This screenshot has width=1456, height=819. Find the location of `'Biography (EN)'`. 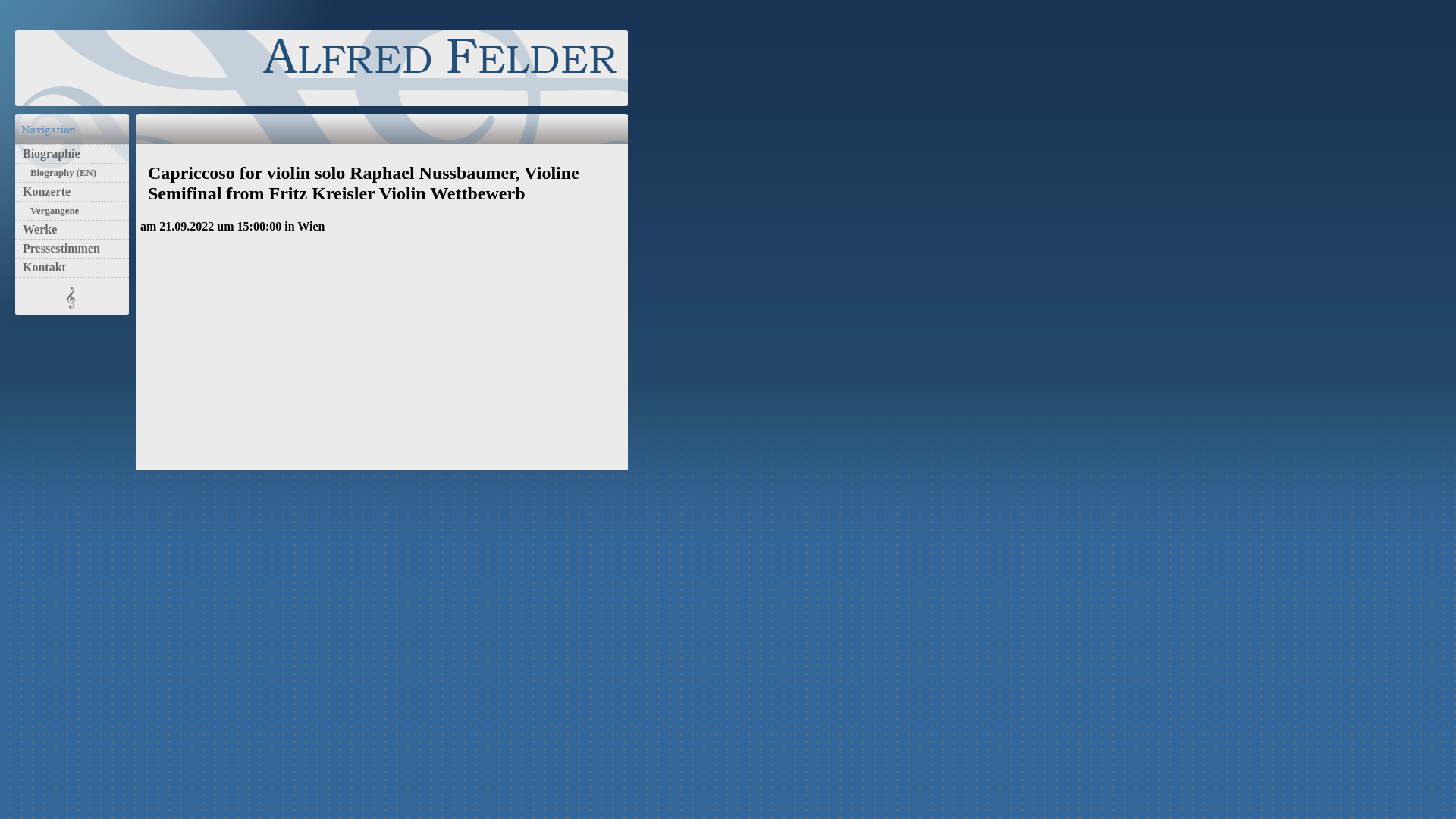

'Biography (EN)' is located at coordinates (59, 171).